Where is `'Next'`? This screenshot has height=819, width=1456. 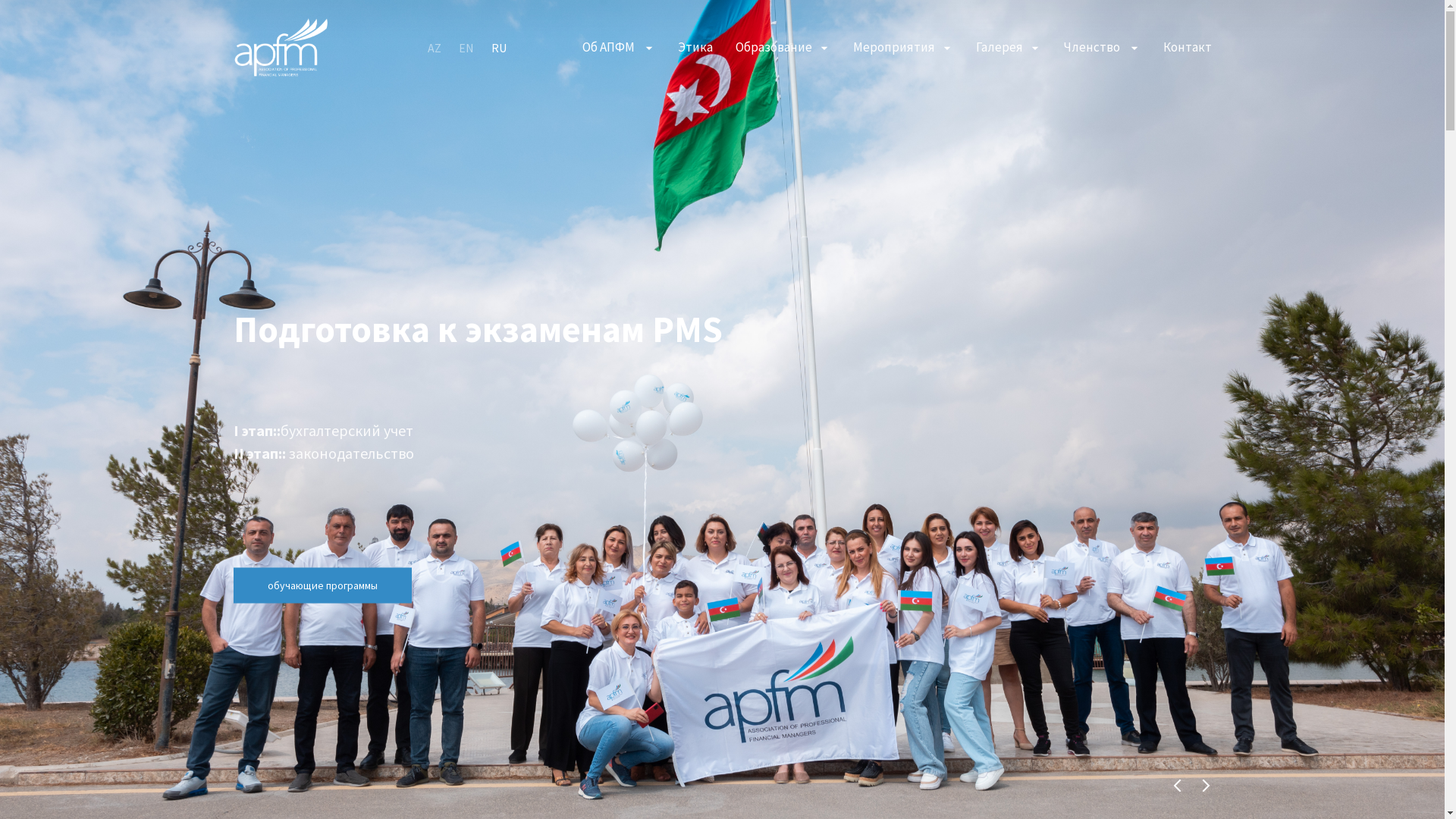 'Next' is located at coordinates (1196, 786).